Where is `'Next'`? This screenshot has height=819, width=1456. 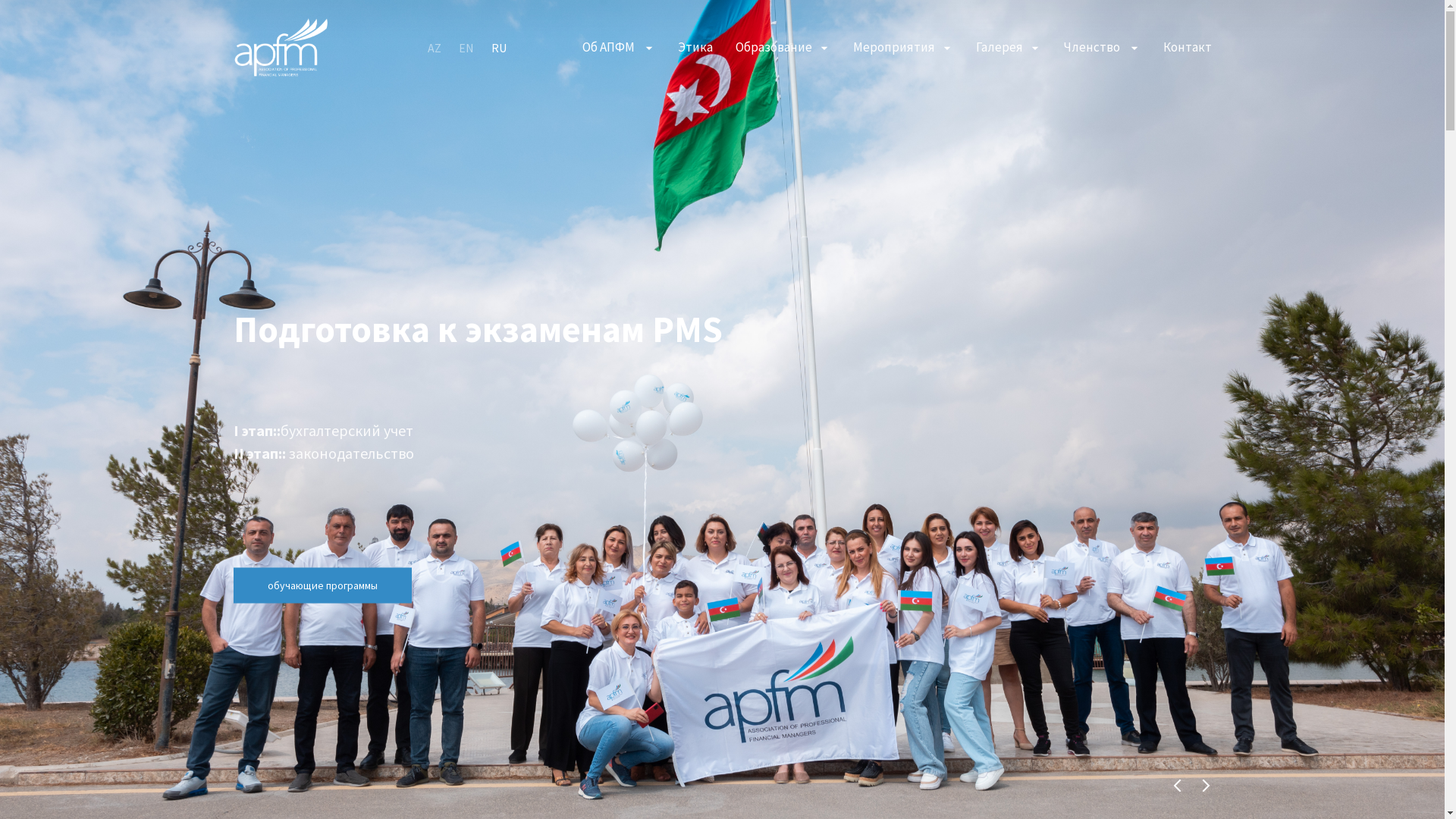 'Next' is located at coordinates (1196, 786).